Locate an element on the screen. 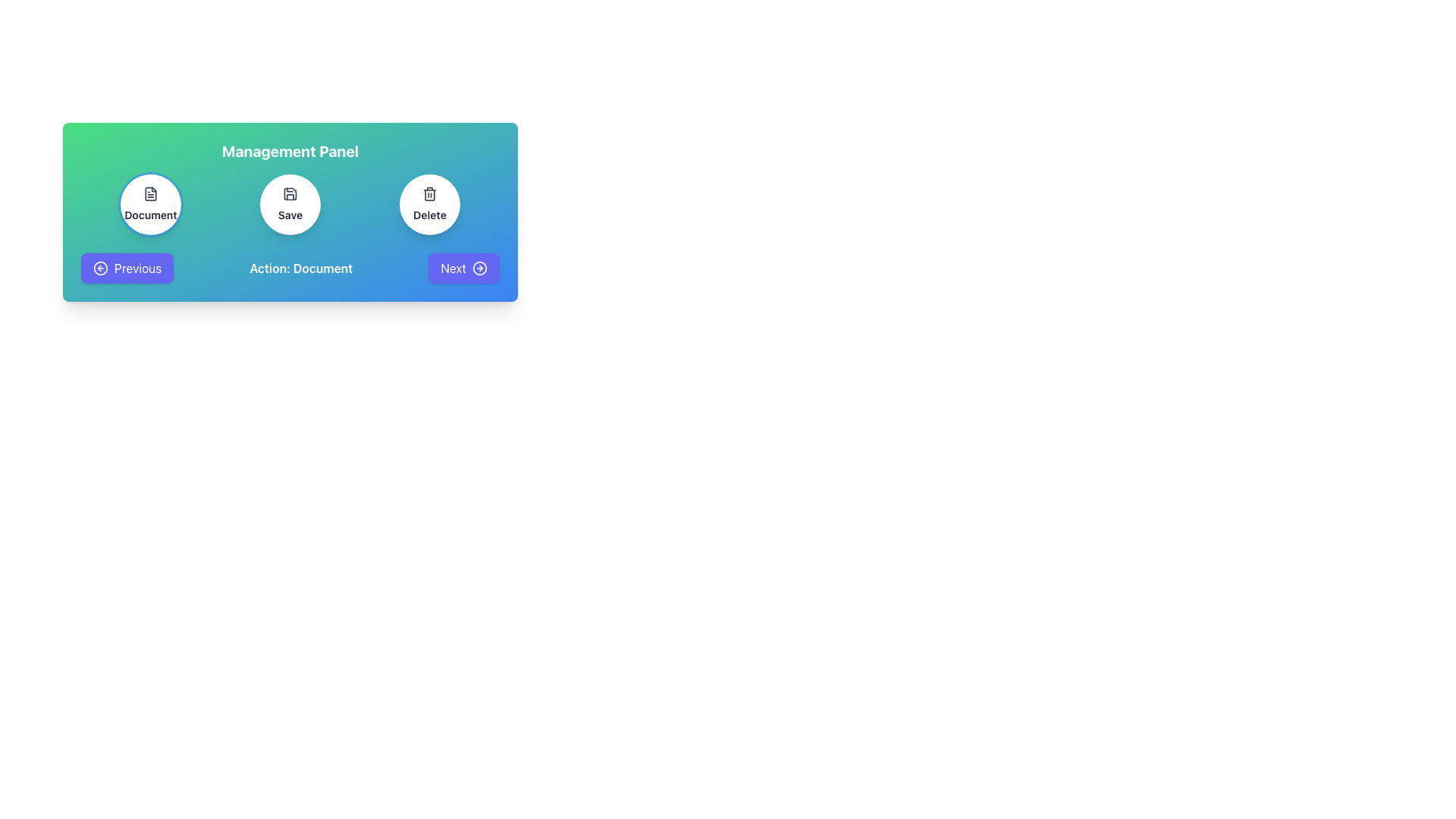 The width and height of the screenshot is (1456, 819). the save icon within the central 'Save' button is located at coordinates (290, 193).